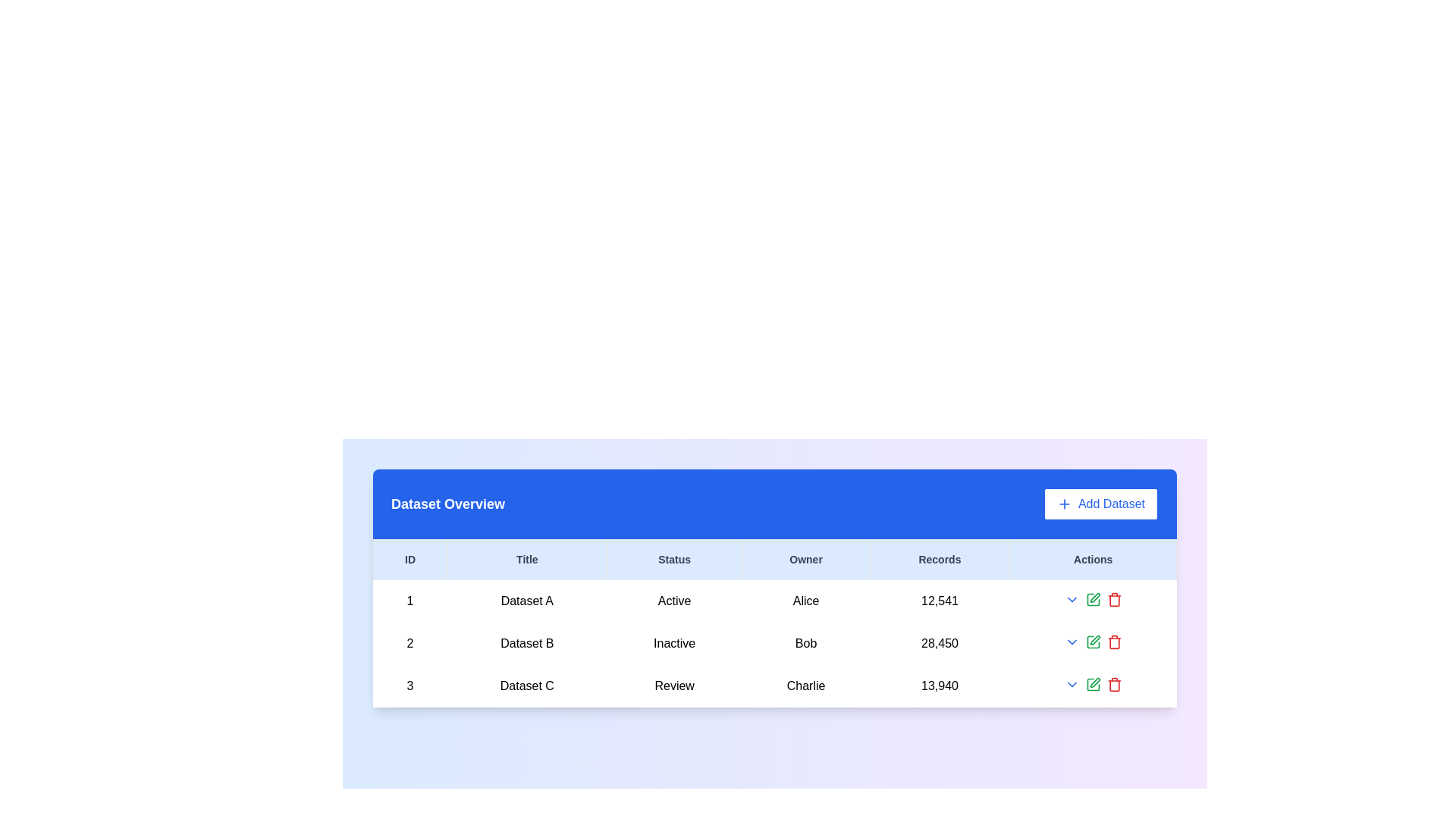 This screenshot has width=1456, height=819. What do you see at coordinates (410, 559) in the screenshot?
I see `the static text label serving as the header for the 'ID' column in the table, which is the first element in its row beneath the blue banner labeled 'Dataset Overview'` at bounding box center [410, 559].